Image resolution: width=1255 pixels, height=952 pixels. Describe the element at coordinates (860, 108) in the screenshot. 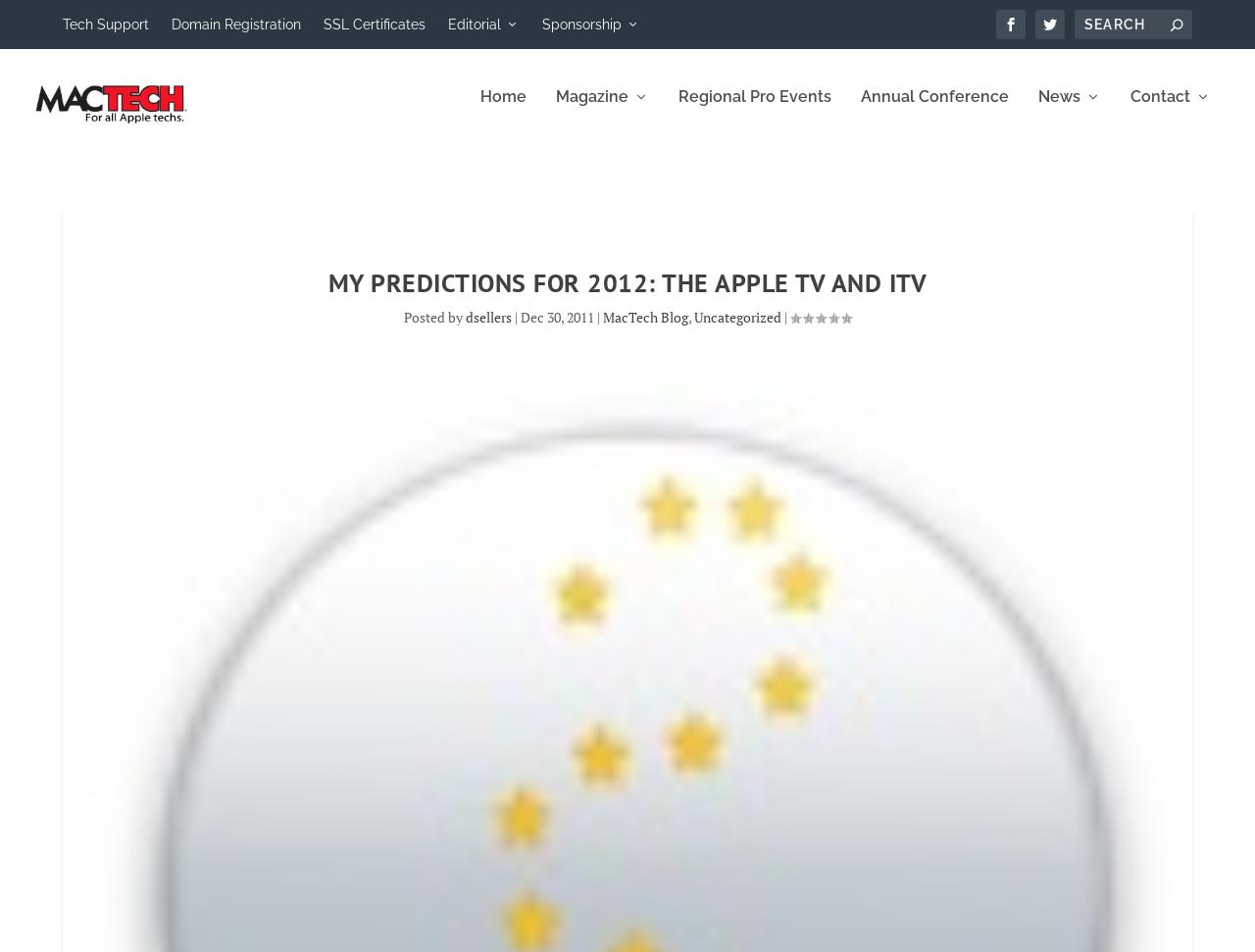

I see `'Annual Conference'` at that location.